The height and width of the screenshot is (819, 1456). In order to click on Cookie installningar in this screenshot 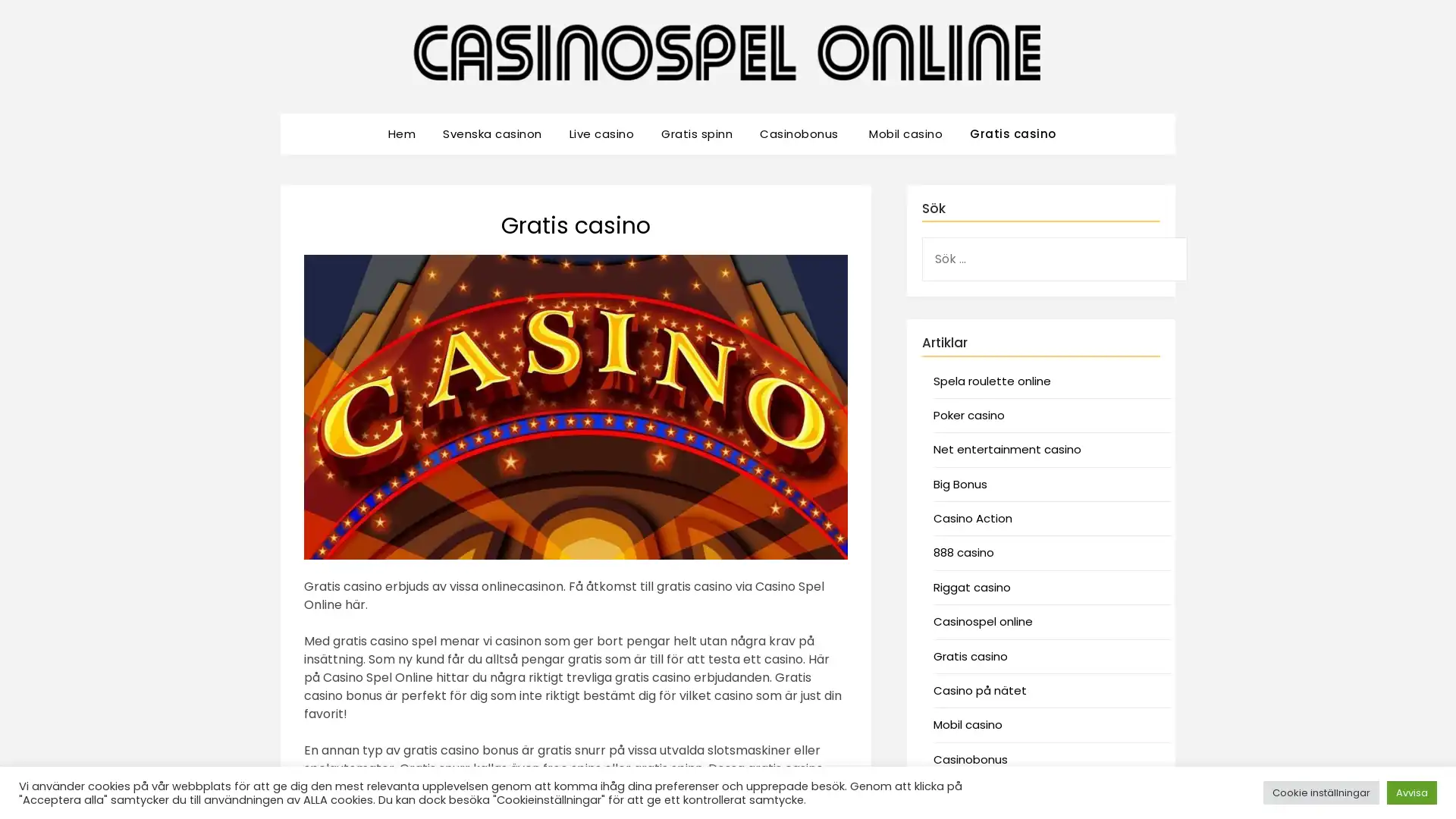, I will do `click(1320, 792)`.